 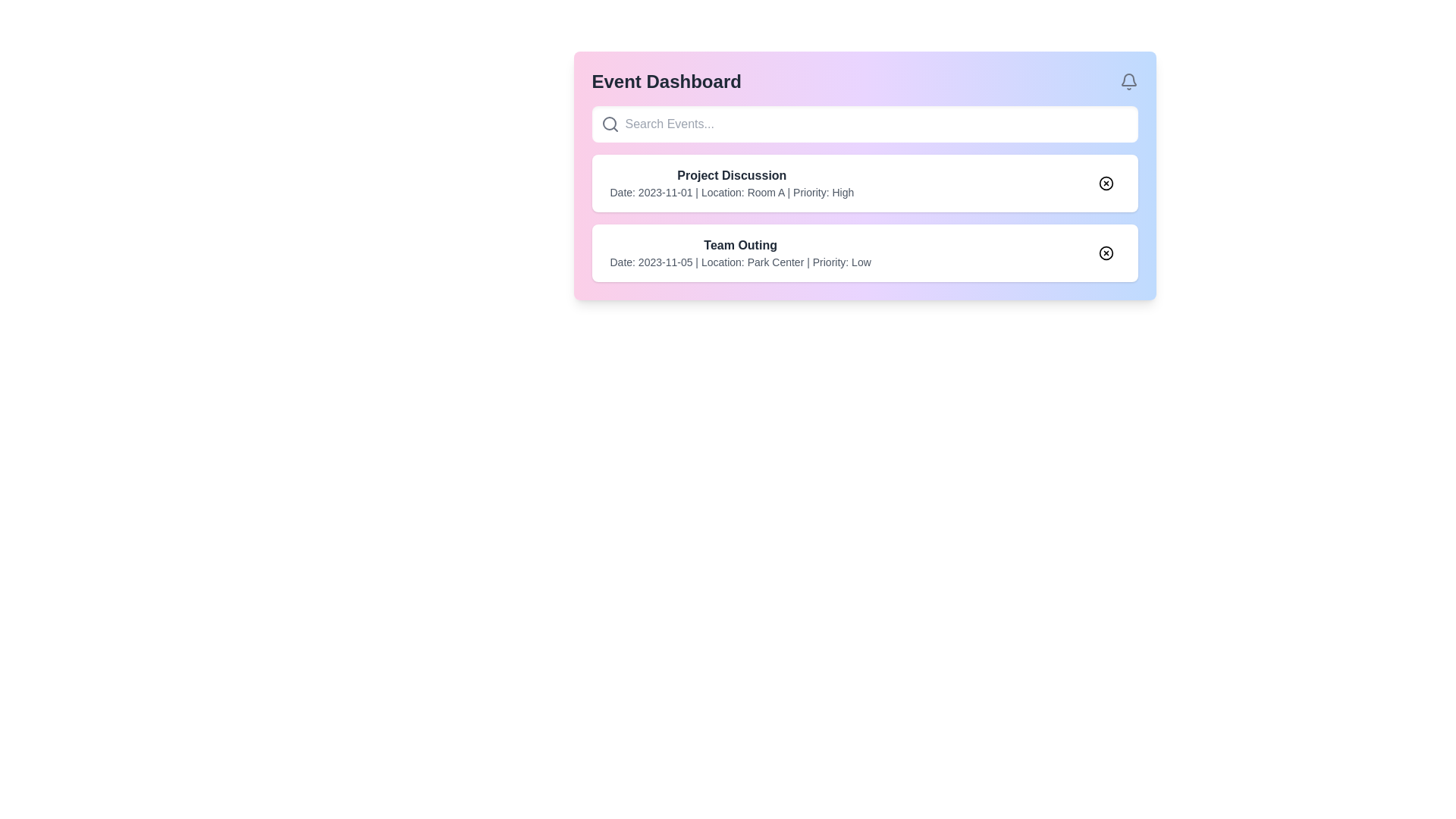 I want to click on bold title text 'Project Discussion' which is styled as a header, located prominently inside the first rectangular box below the search bar in the 'Event Dashboard', so click(x=732, y=174).